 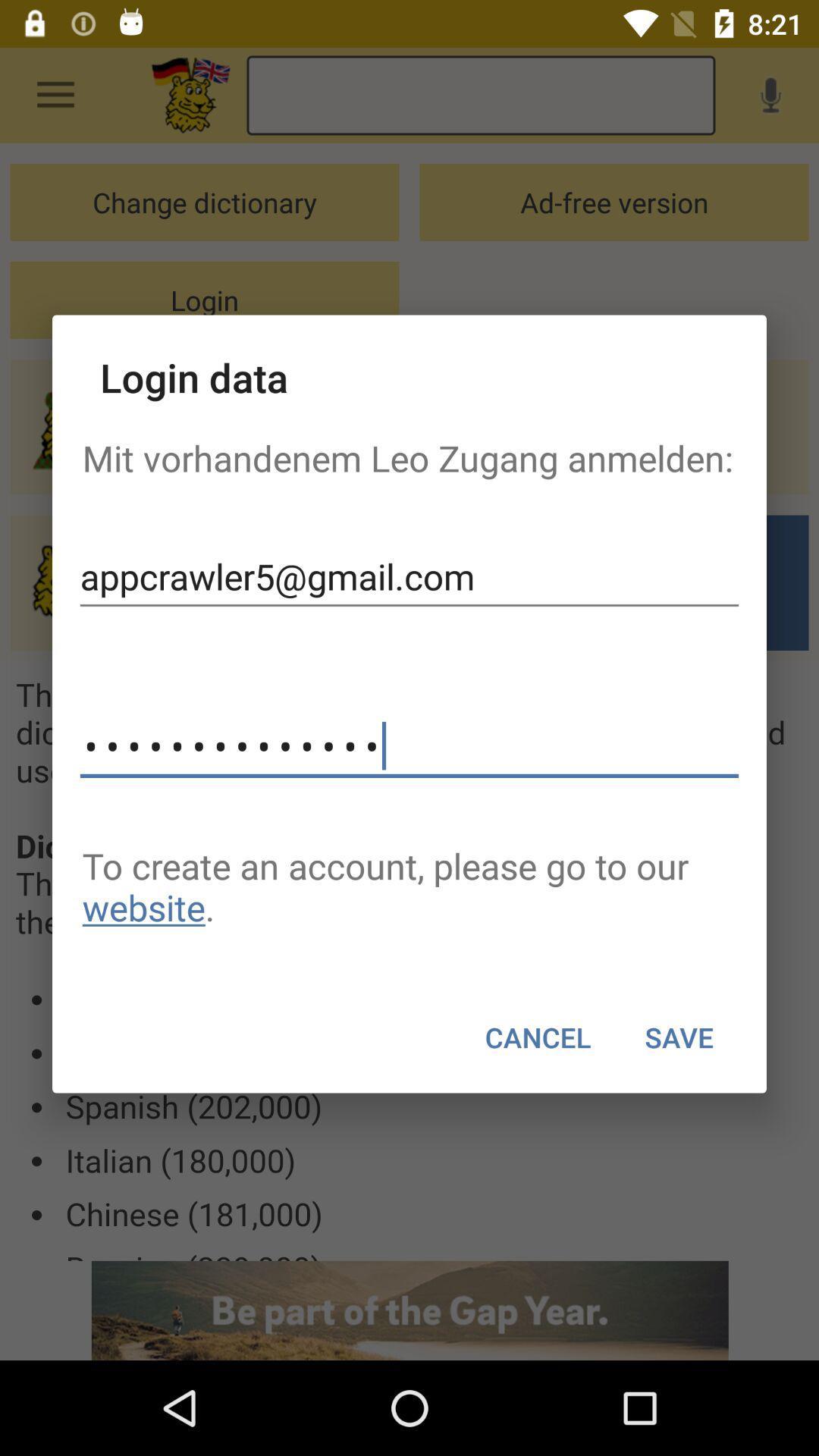 What do you see at coordinates (409, 746) in the screenshot?
I see `the appcrawler3116 icon` at bounding box center [409, 746].